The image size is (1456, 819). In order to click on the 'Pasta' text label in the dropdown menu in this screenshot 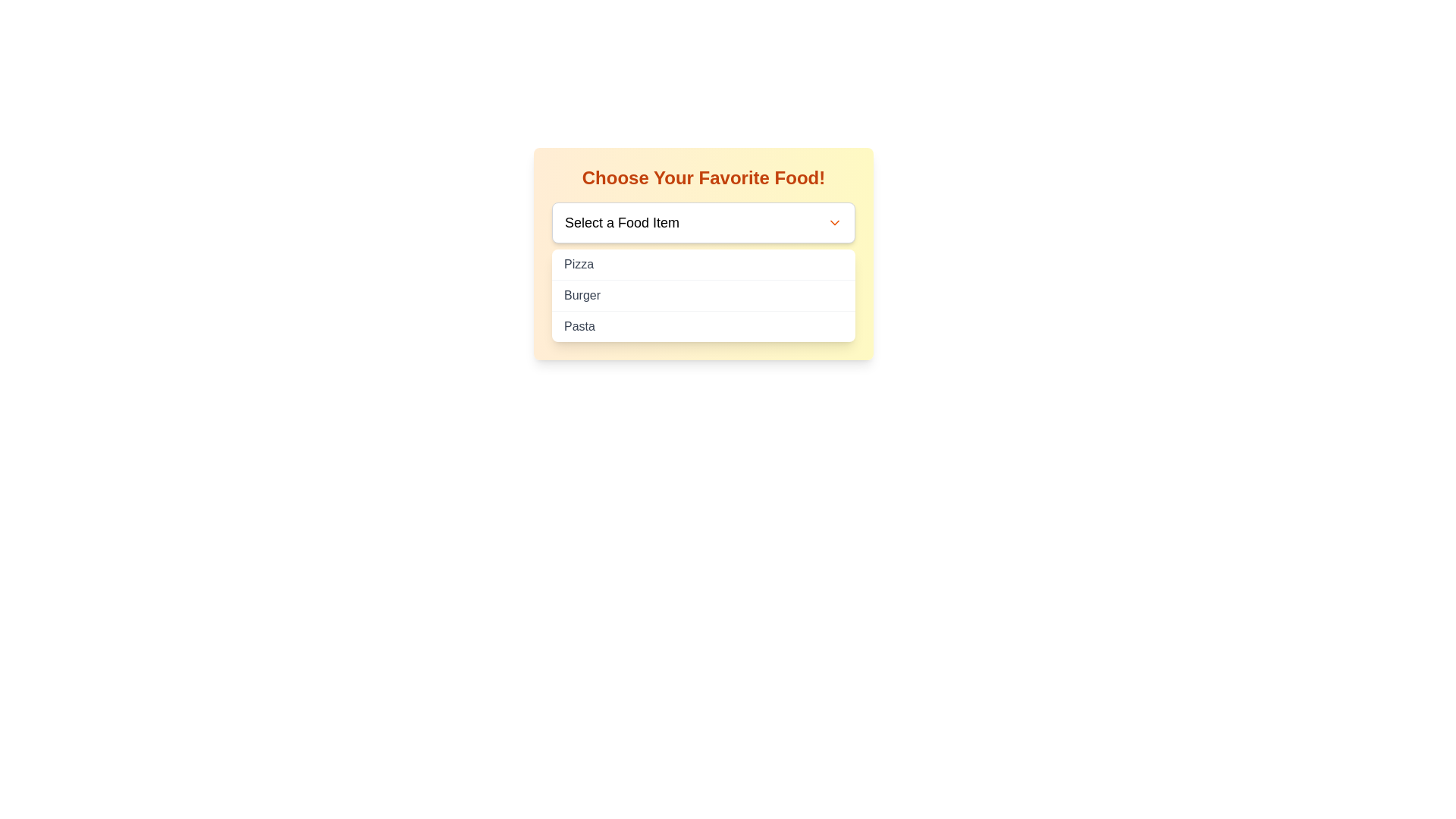, I will do `click(579, 326)`.